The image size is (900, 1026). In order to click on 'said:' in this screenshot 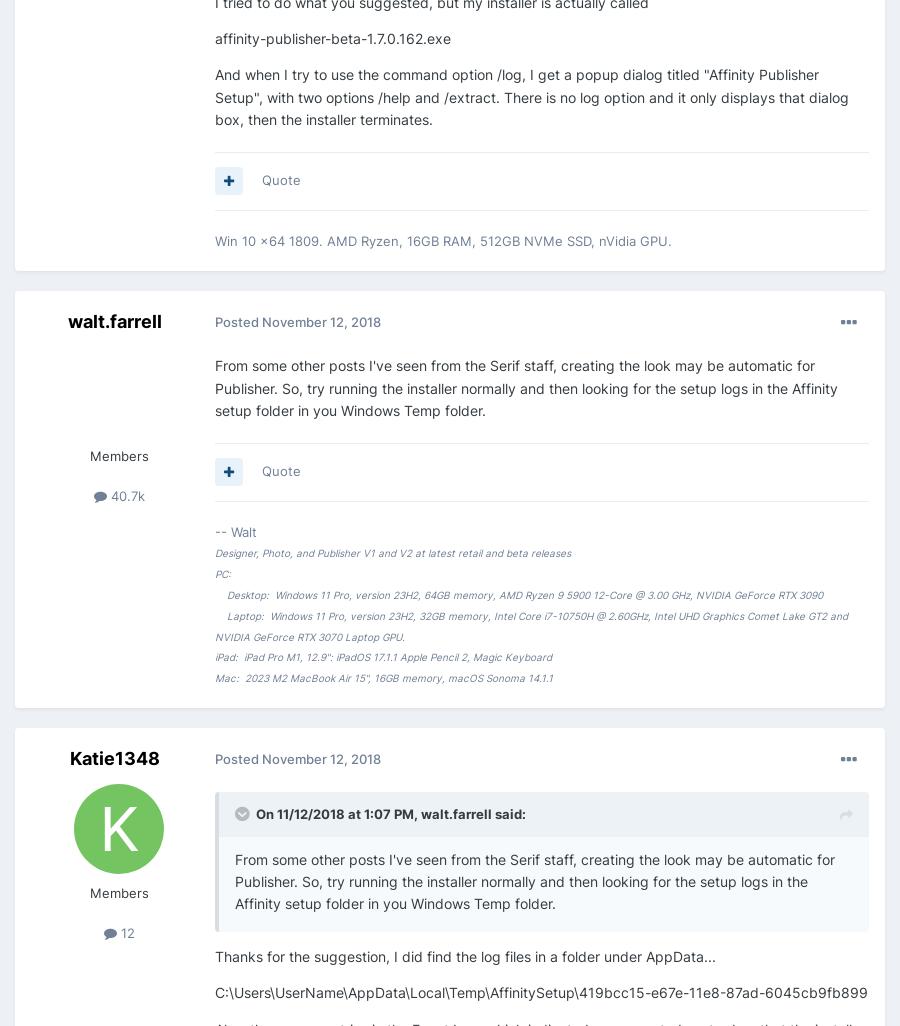, I will do `click(508, 812)`.